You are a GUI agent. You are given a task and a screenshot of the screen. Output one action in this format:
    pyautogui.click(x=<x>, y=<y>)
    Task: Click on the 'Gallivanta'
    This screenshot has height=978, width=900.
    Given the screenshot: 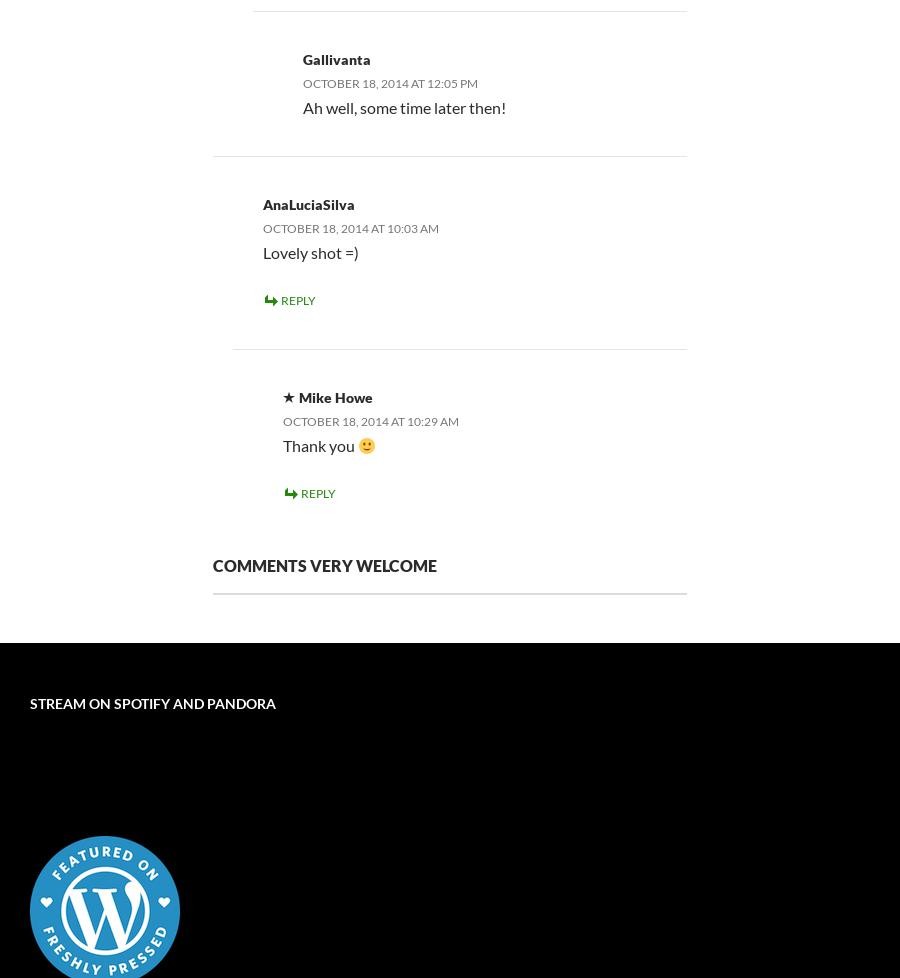 What is the action you would take?
    pyautogui.click(x=335, y=58)
    